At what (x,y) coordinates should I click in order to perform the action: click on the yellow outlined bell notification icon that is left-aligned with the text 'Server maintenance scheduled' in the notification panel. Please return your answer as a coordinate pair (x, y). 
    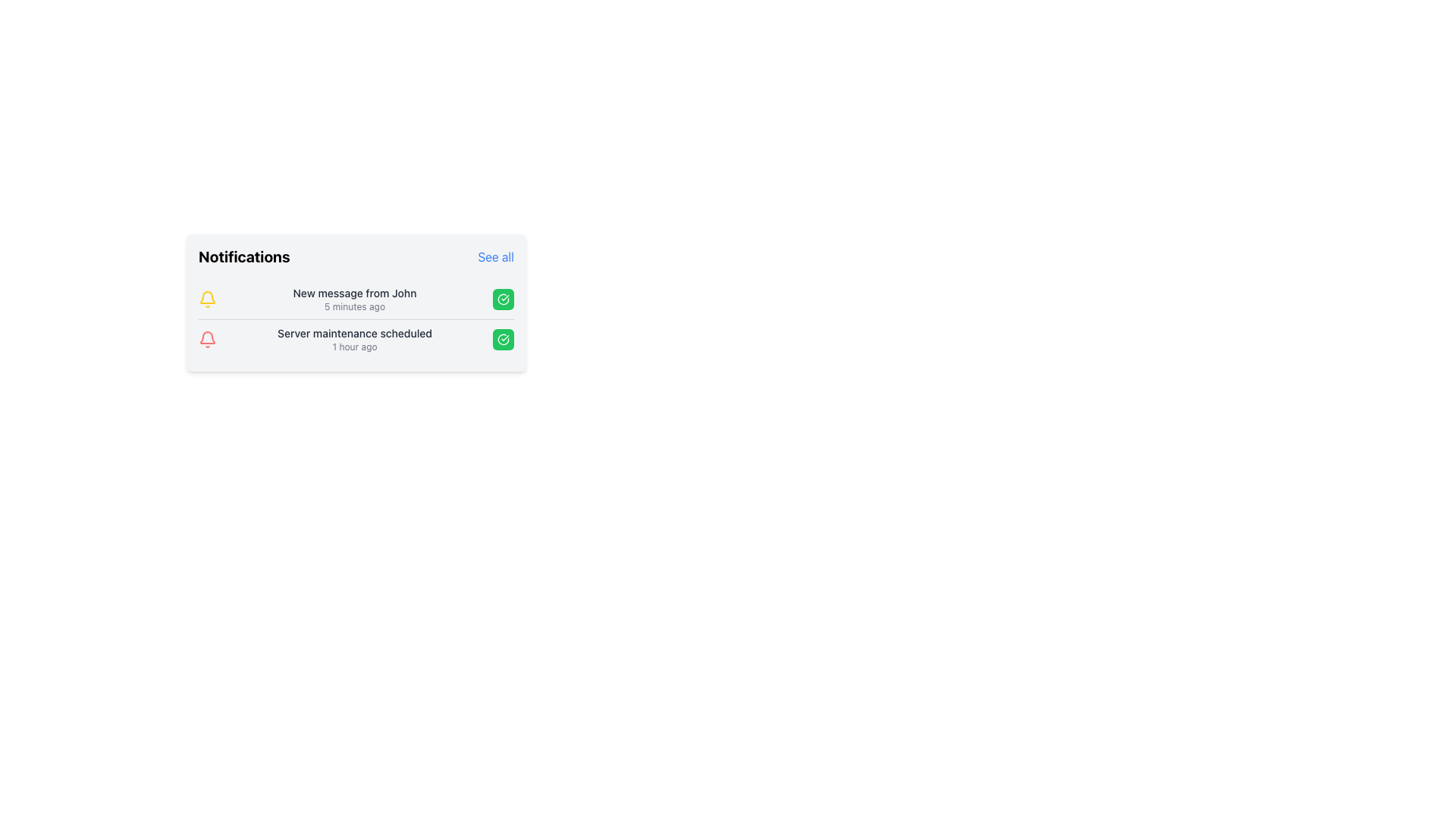
    Looking at the image, I should click on (206, 297).